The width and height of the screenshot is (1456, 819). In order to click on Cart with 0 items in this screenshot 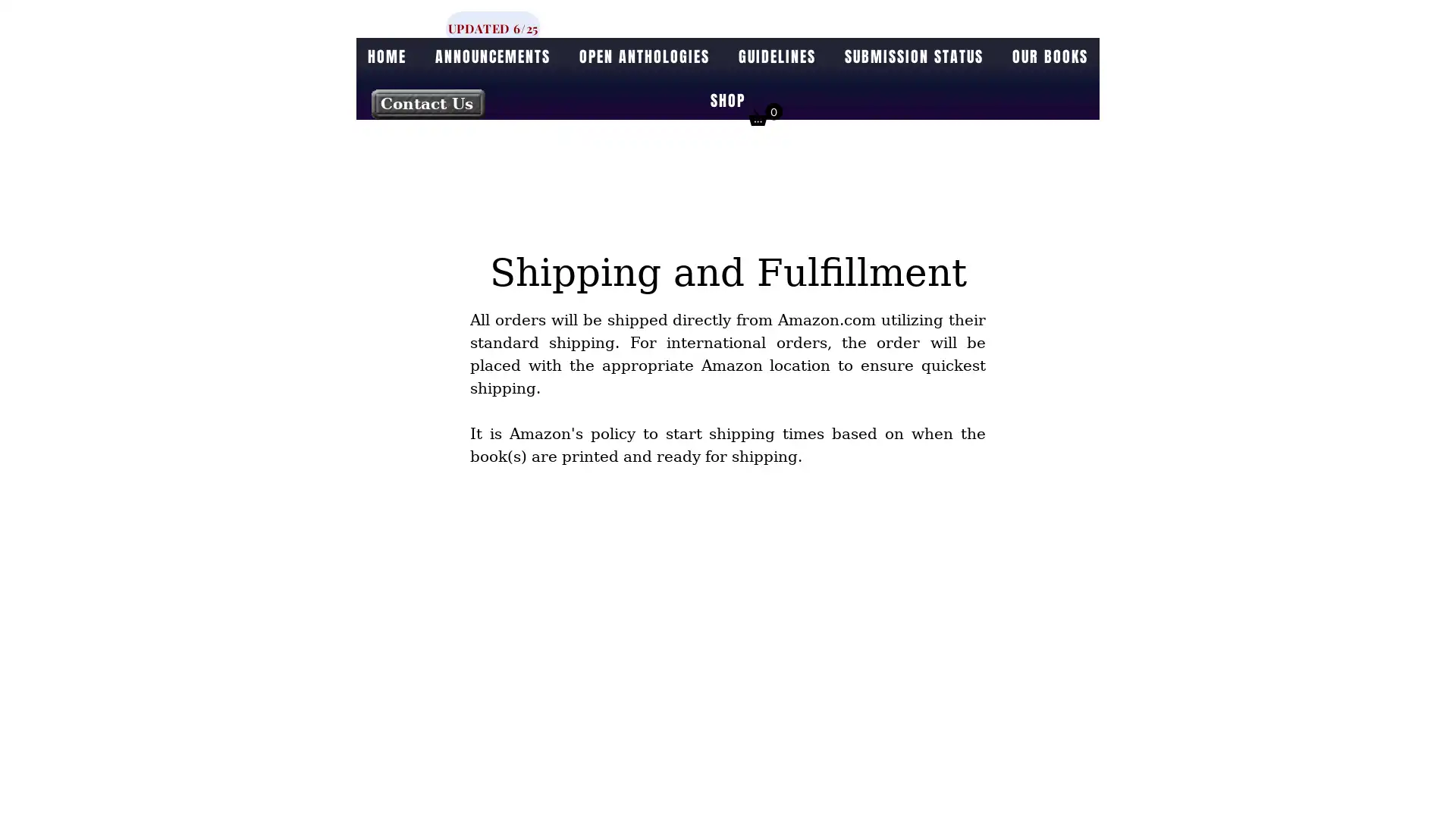, I will do `click(765, 113)`.